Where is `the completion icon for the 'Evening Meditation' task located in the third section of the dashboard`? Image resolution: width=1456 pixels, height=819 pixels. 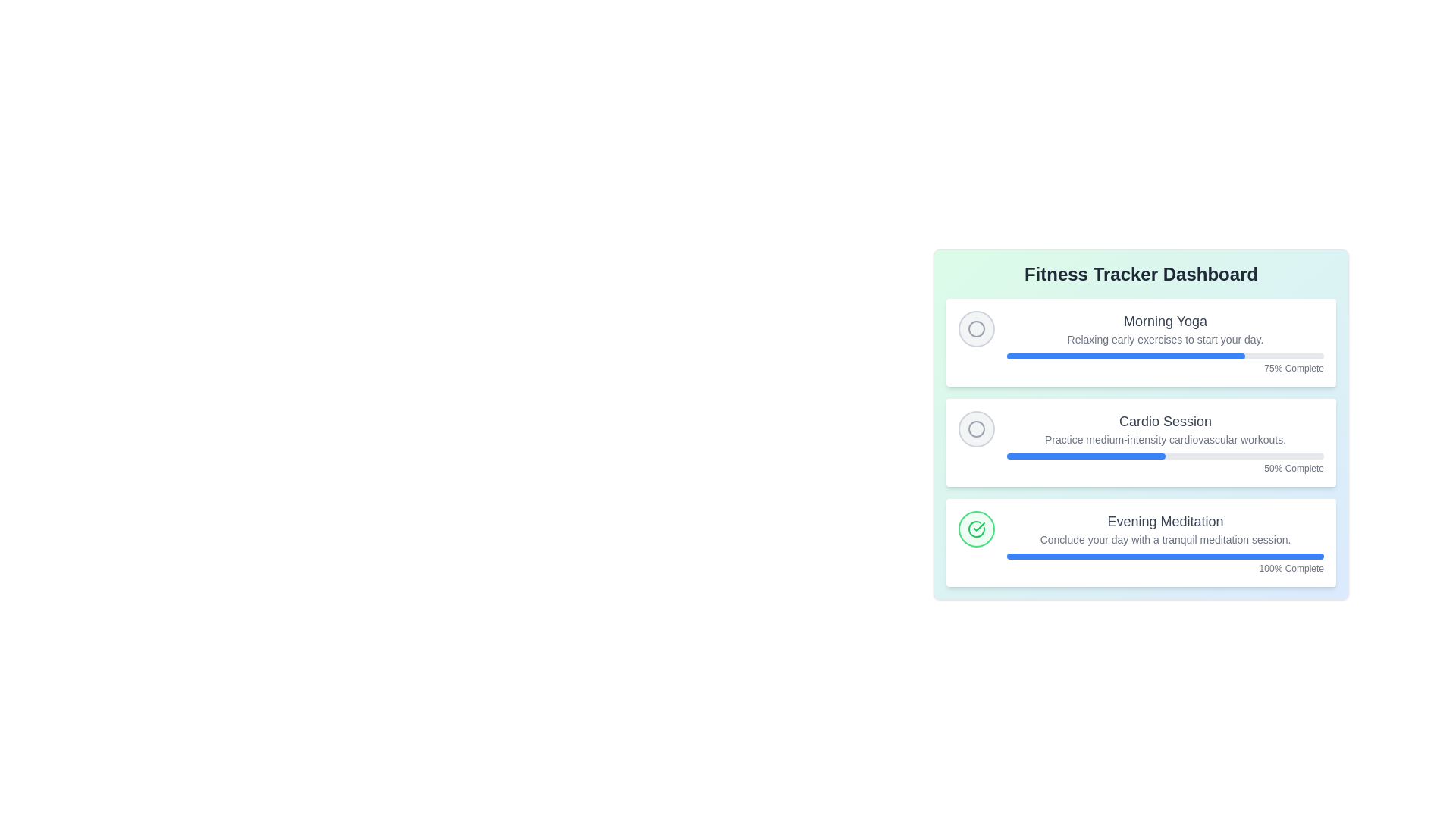 the completion icon for the 'Evening Meditation' task located in the third section of the dashboard is located at coordinates (976, 529).